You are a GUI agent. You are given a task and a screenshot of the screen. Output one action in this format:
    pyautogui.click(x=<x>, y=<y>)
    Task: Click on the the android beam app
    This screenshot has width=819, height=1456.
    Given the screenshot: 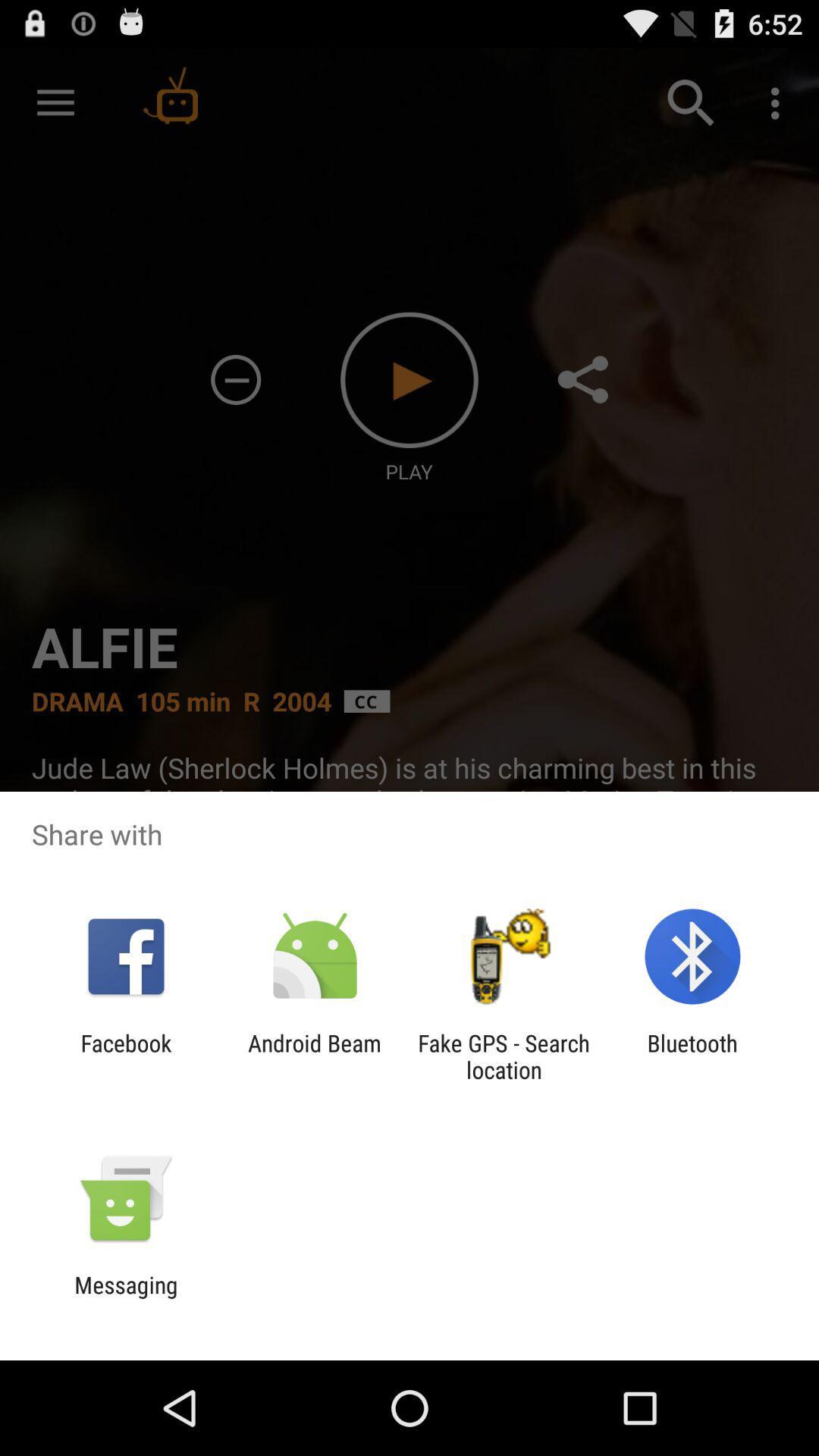 What is the action you would take?
    pyautogui.click(x=314, y=1056)
    